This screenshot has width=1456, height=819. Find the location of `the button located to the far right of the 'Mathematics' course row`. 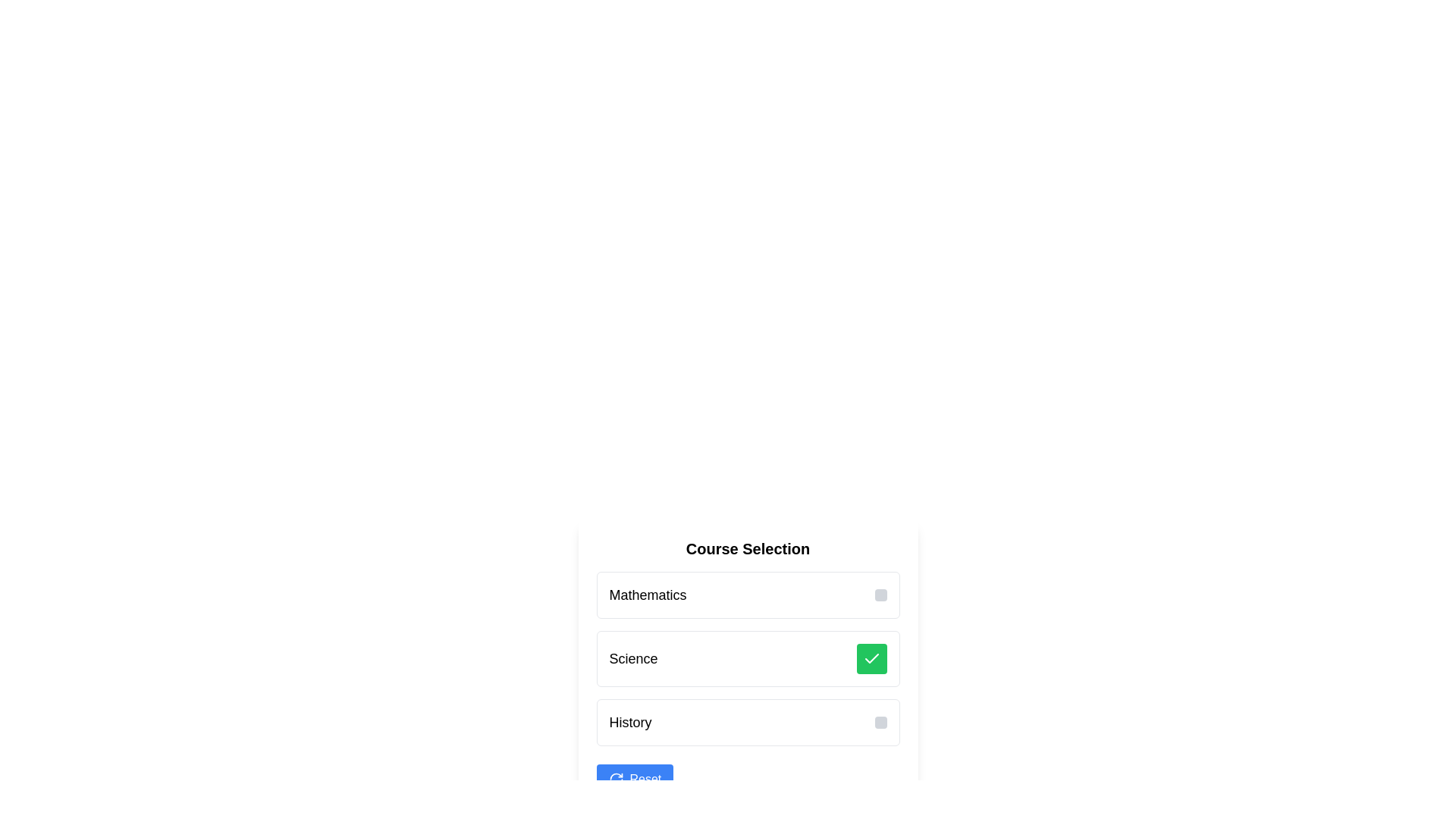

the button located to the far right of the 'Mathematics' course row is located at coordinates (880, 595).